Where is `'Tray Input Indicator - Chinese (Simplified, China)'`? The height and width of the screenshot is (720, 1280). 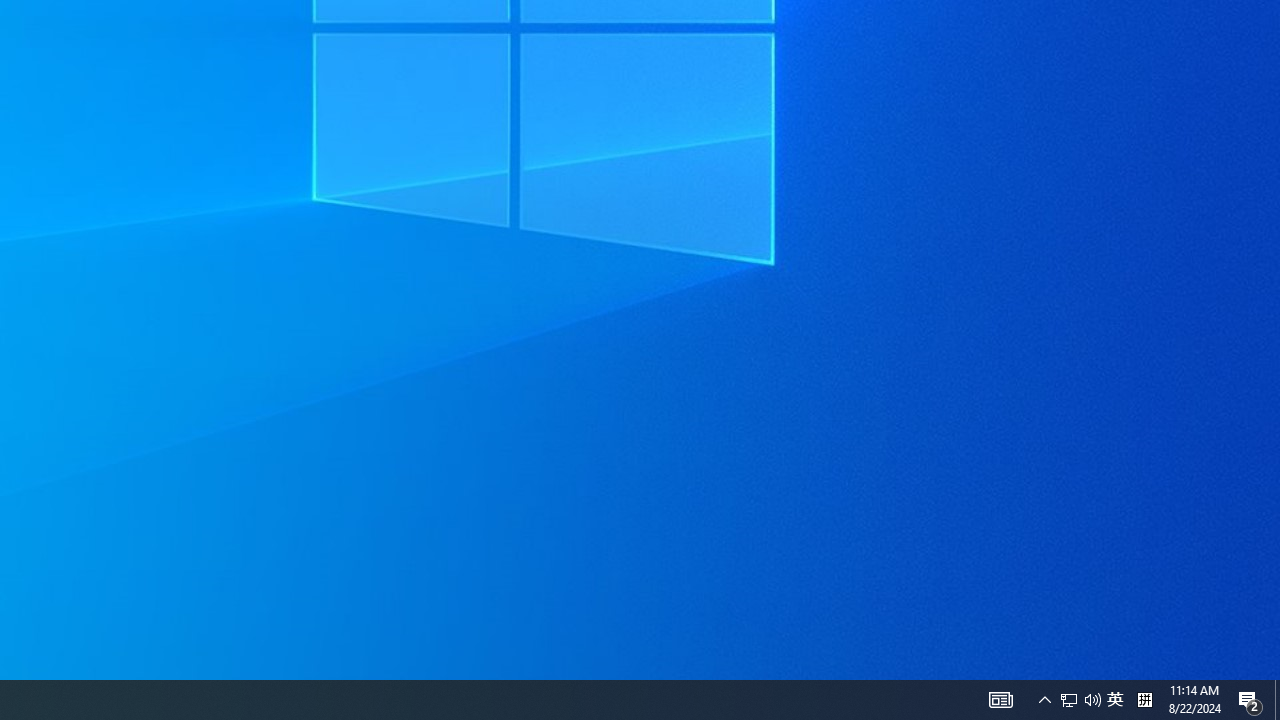 'Tray Input Indicator - Chinese (Simplified, China)' is located at coordinates (1144, 698).